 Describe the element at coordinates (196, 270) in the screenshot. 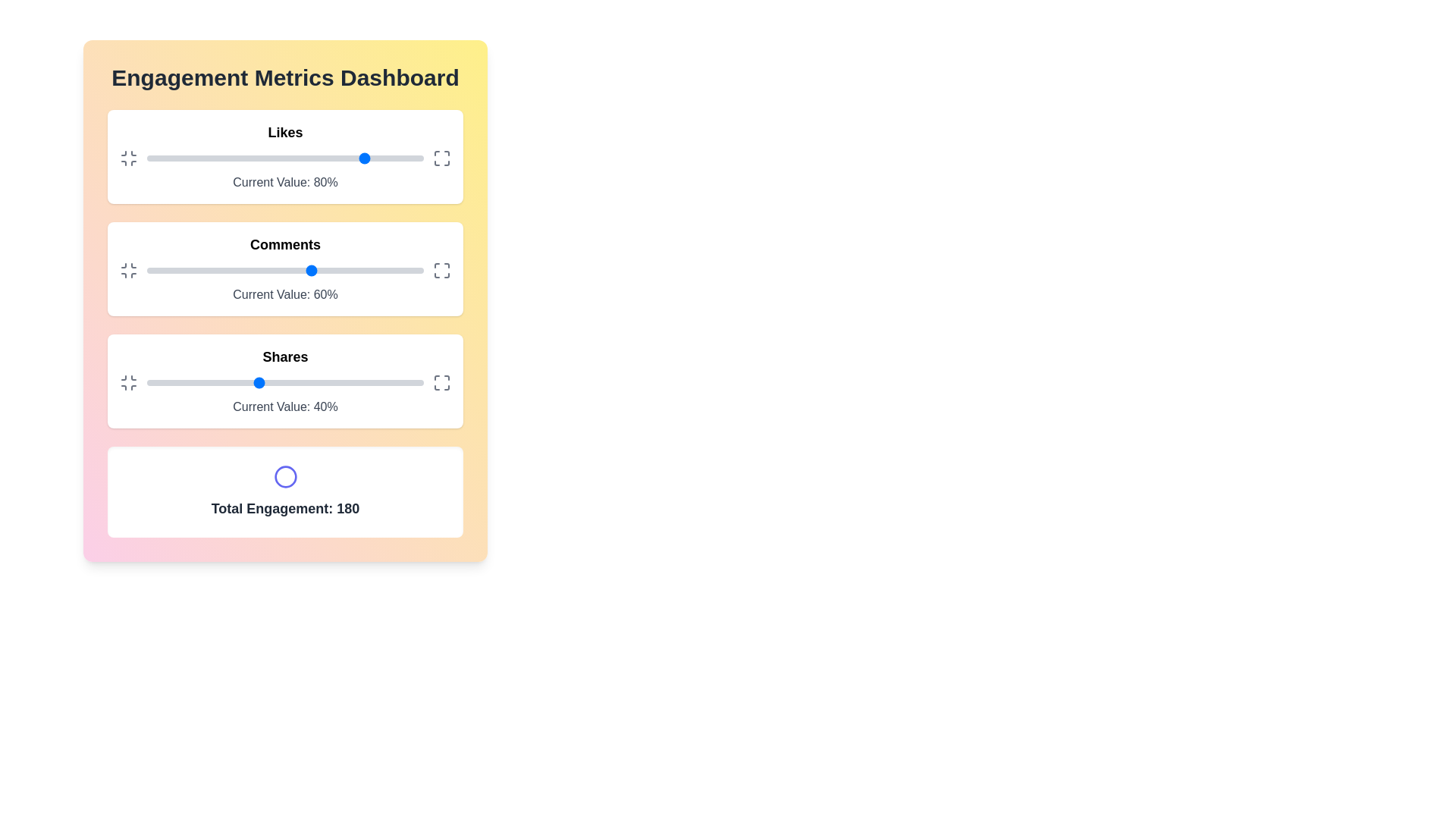

I see `the comments slider` at that location.